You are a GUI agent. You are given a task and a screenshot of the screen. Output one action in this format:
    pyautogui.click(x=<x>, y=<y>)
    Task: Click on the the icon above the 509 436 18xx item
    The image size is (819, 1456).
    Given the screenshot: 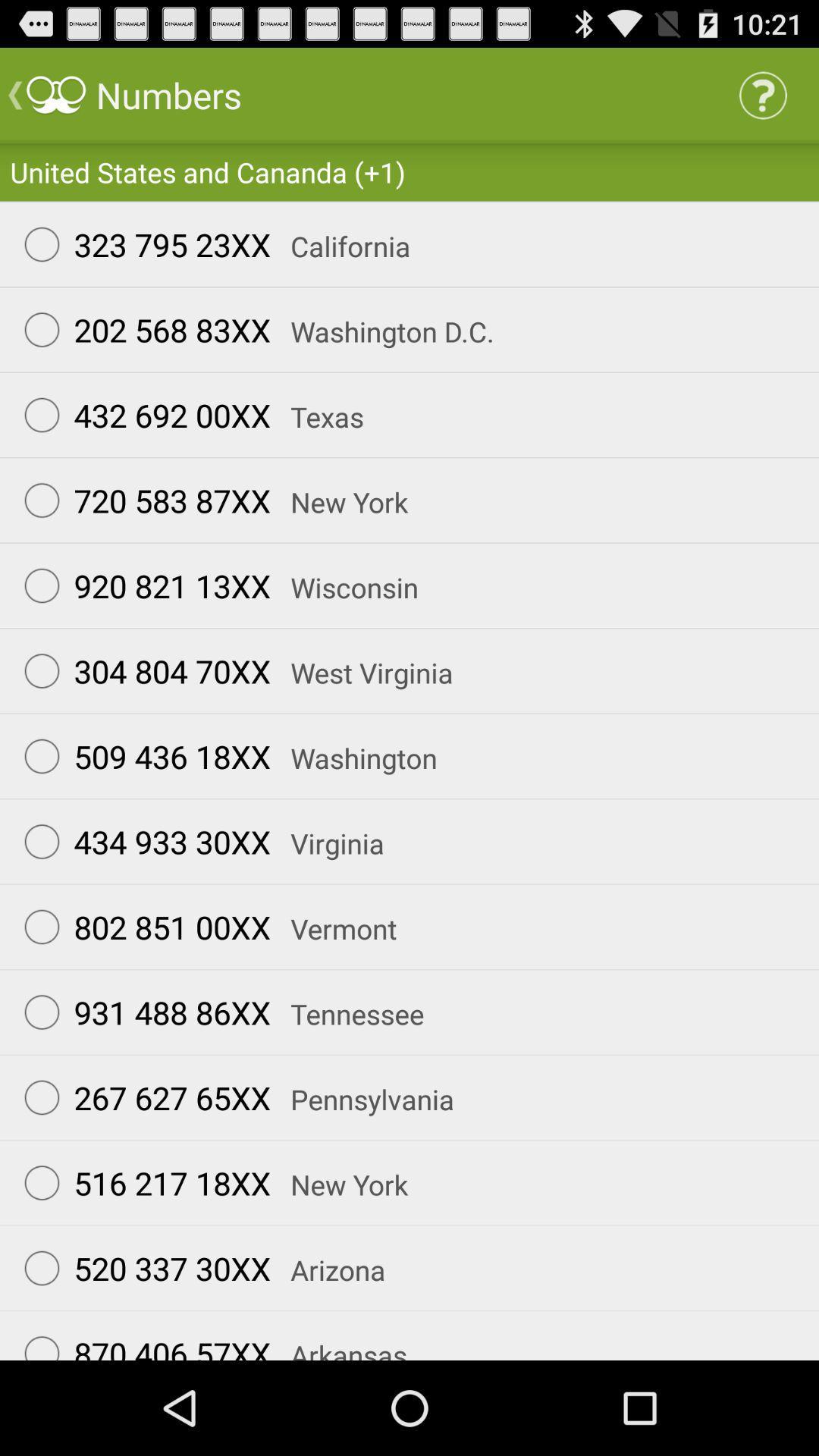 What is the action you would take?
    pyautogui.click(x=140, y=670)
    